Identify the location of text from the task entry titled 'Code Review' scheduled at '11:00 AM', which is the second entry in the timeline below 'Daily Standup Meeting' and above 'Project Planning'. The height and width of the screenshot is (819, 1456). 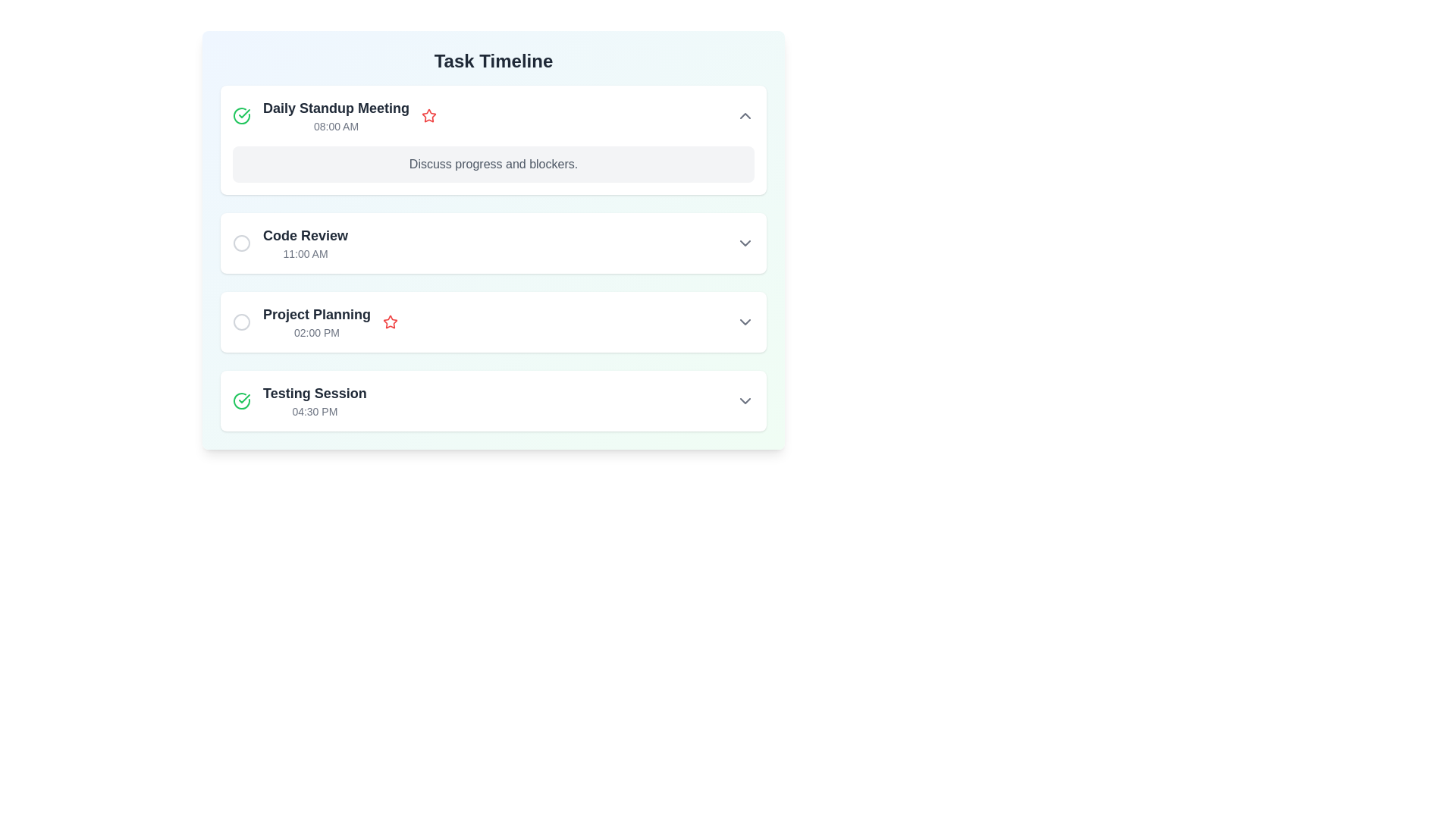
(305, 242).